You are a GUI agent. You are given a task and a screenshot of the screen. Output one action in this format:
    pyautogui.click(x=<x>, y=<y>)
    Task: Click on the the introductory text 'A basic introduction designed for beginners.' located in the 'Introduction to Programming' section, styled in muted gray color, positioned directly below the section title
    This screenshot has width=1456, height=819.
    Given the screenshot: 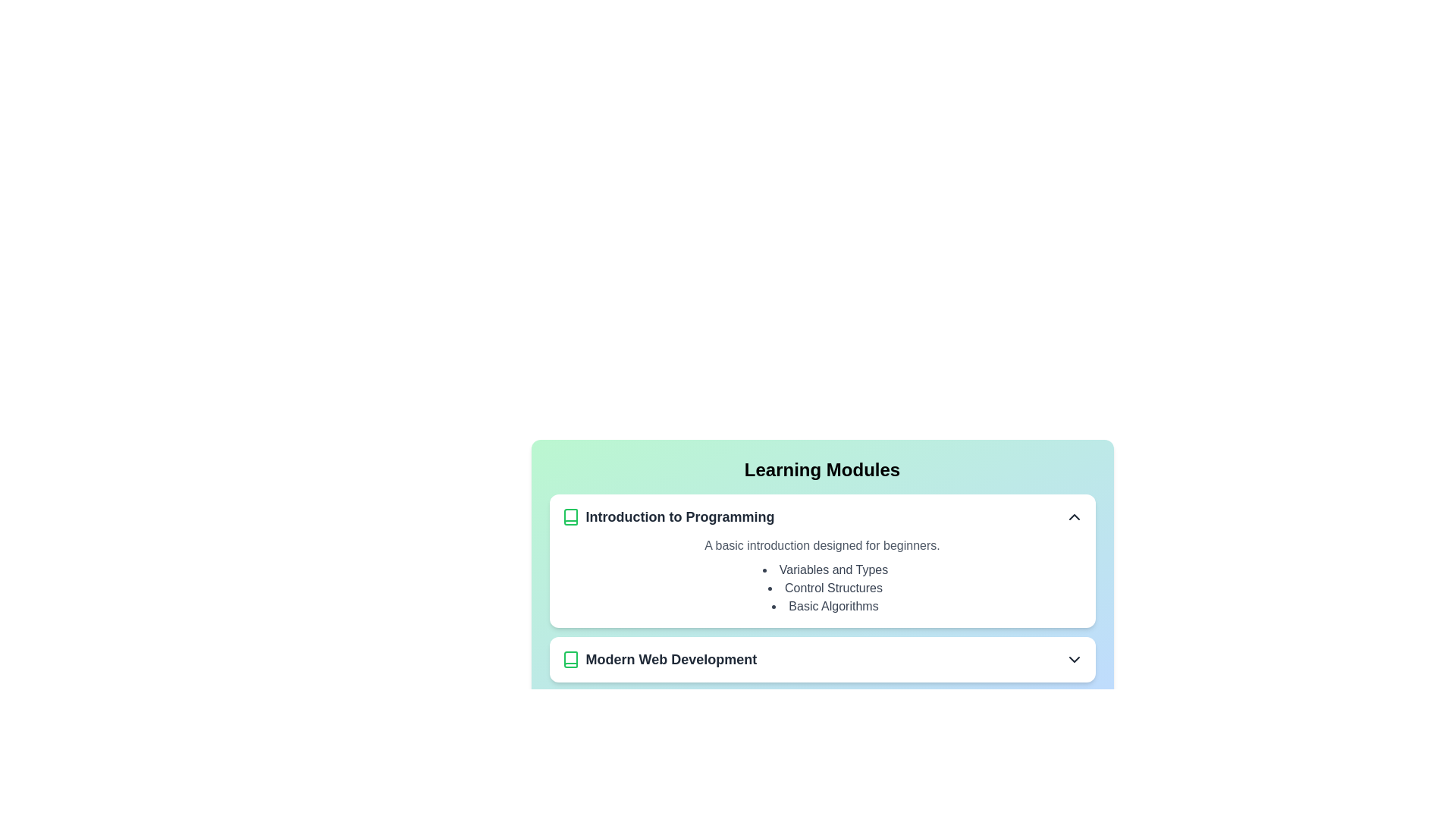 What is the action you would take?
    pyautogui.click(x=821, y=546)
    